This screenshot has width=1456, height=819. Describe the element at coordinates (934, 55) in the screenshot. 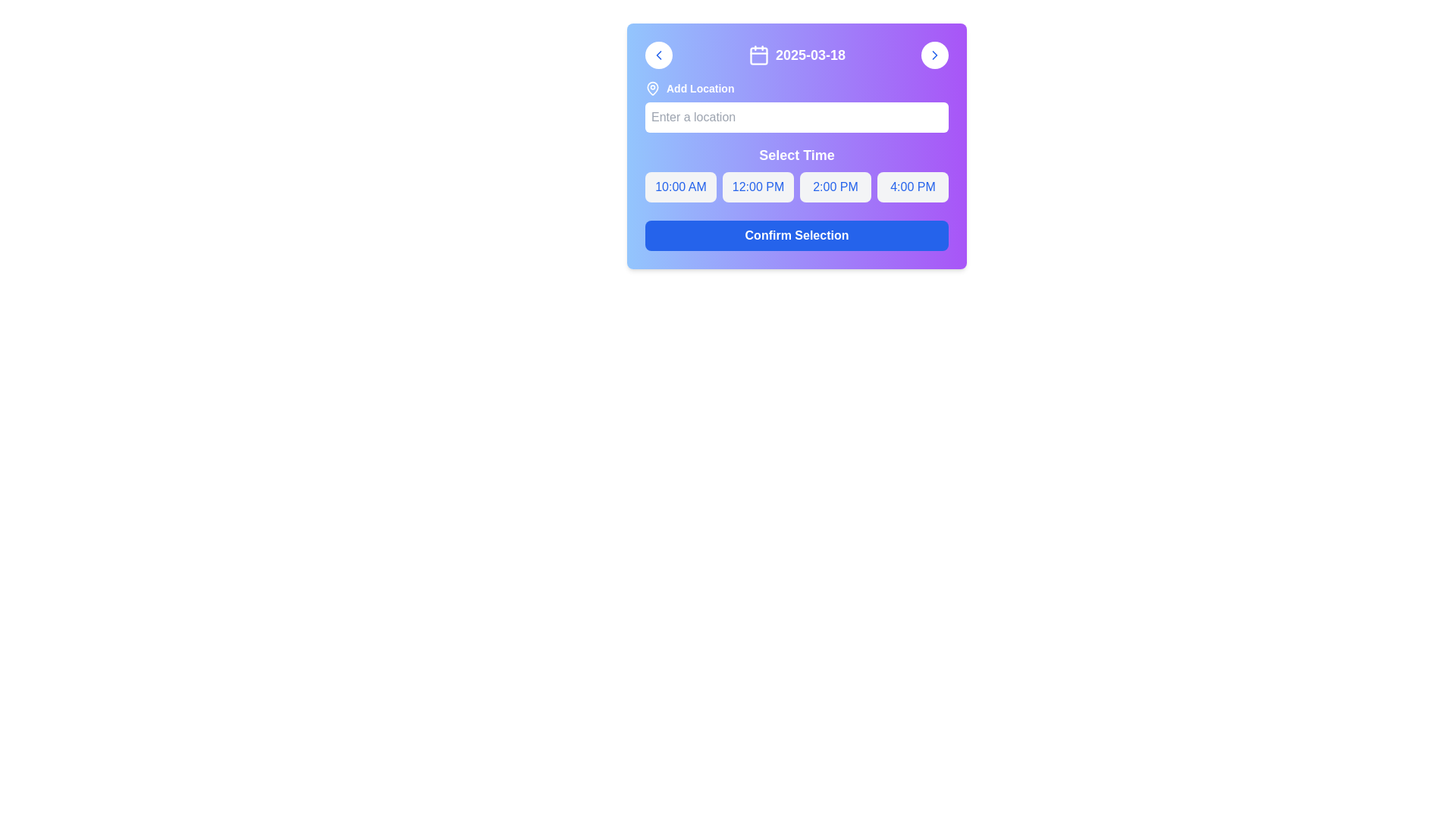

I see `the arrow-shaped icon pointing to the right located` at that location.